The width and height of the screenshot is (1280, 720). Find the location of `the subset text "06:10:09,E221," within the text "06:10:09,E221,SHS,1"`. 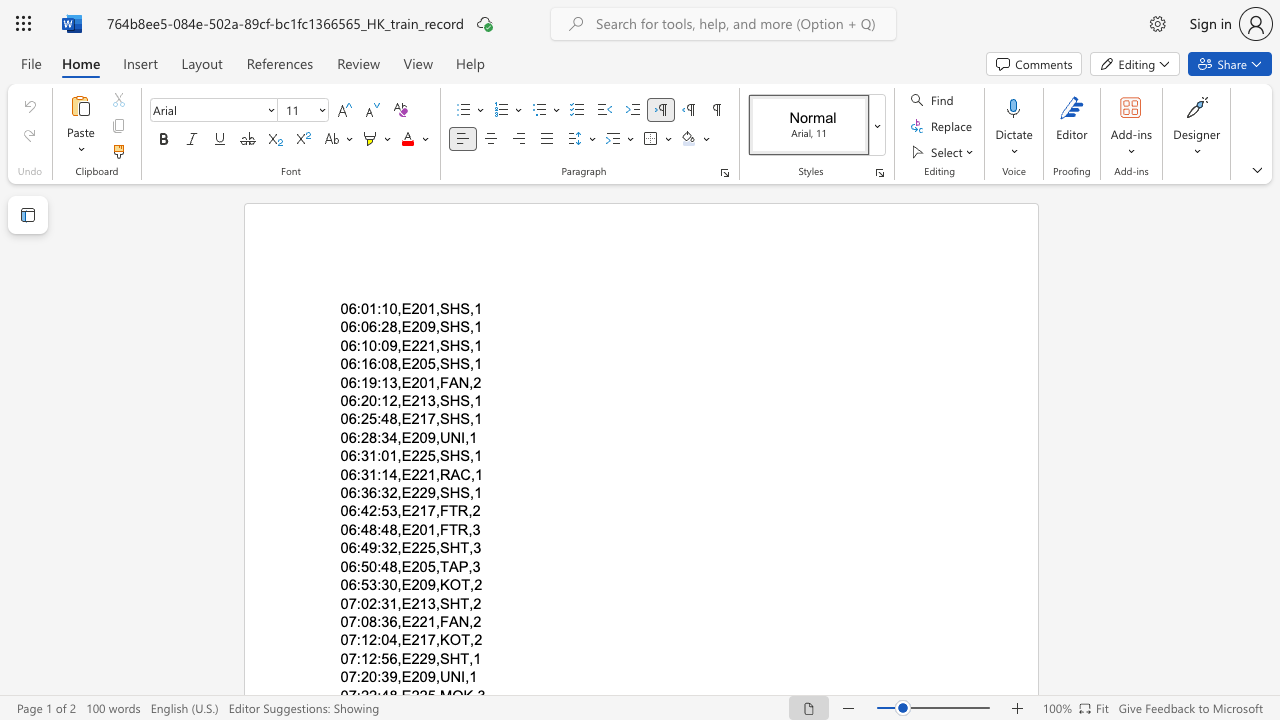

the subset text "06:10:09,E221," within the text "06:10:09,E221,SHS,1" is located at coordinates (340, 344).